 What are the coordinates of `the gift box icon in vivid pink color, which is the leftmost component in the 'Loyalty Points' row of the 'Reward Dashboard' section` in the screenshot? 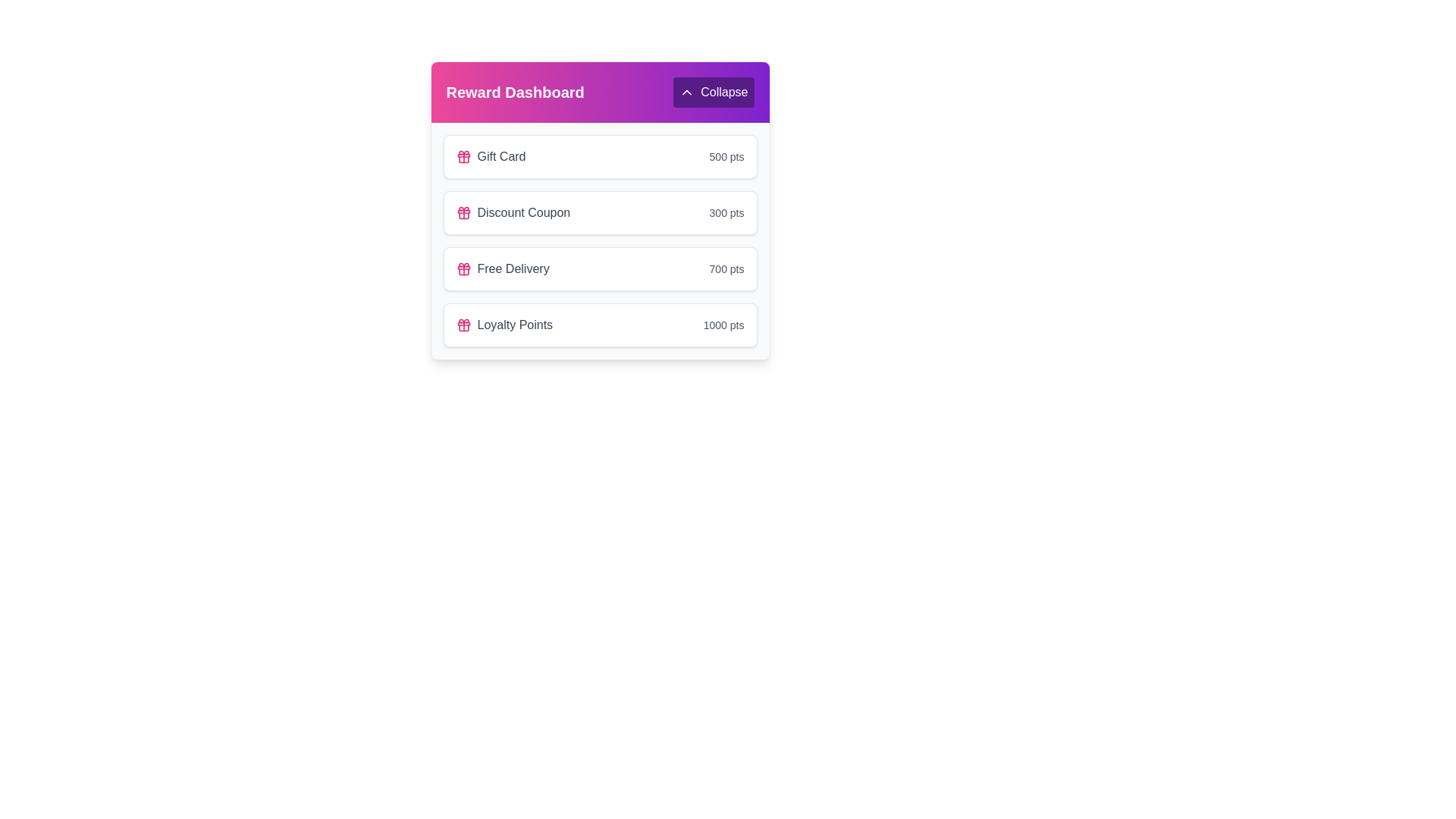 It's located at (463, 324).